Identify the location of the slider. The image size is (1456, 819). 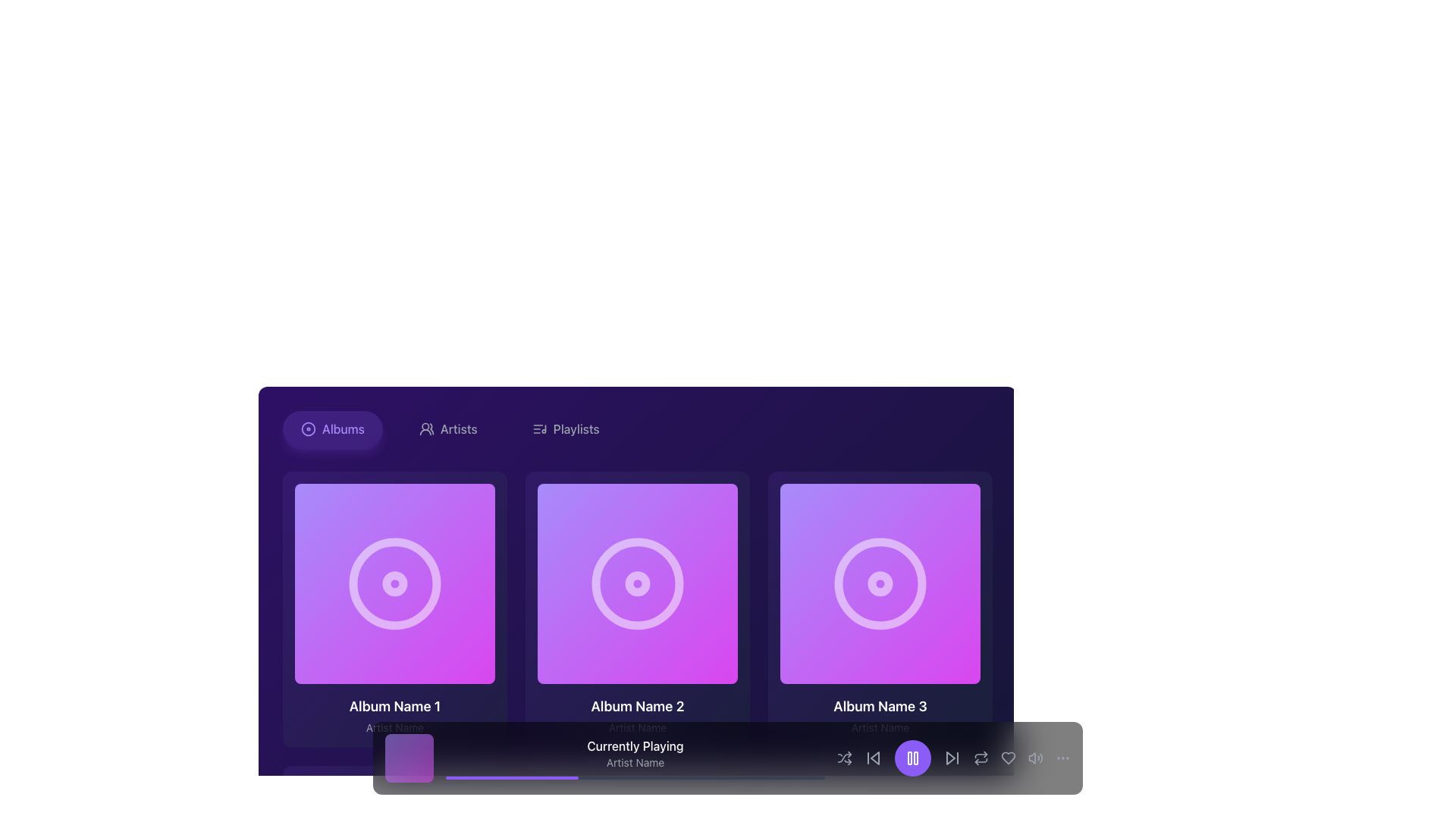
(513, 778).